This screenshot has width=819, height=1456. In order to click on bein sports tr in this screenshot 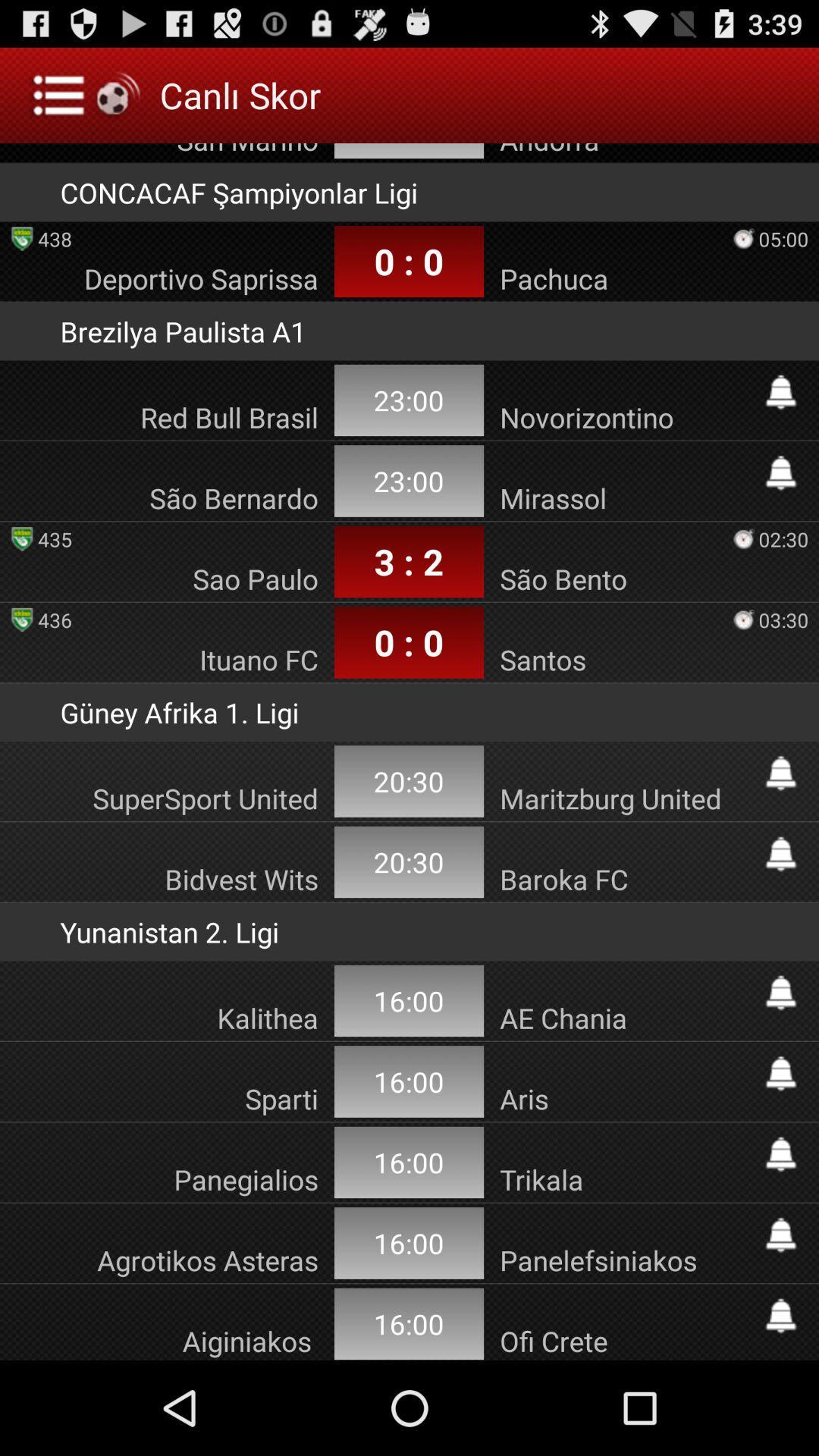, I will do `click(780, 1235)`.